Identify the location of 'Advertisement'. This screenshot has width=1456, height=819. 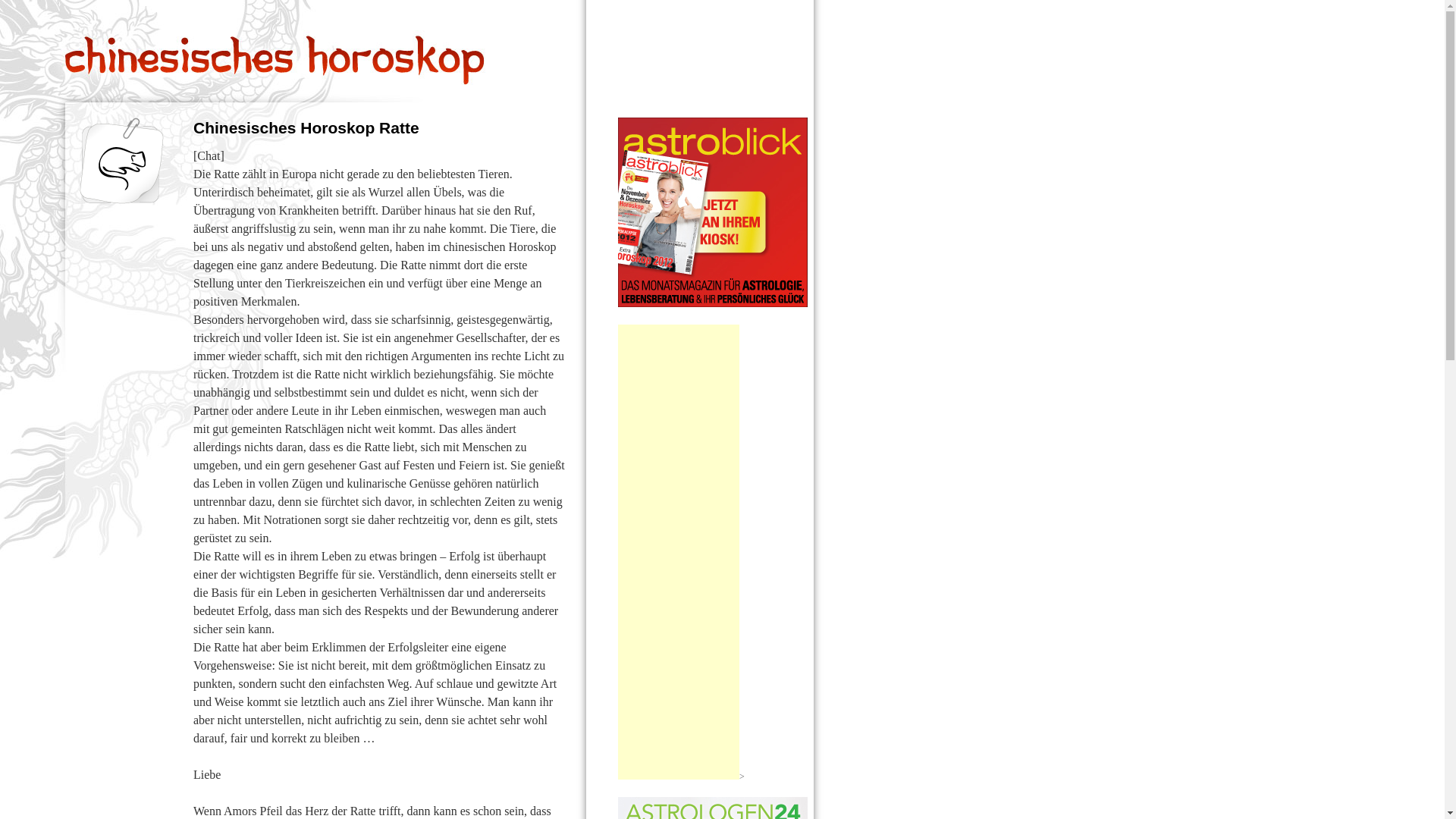
(618, 552).